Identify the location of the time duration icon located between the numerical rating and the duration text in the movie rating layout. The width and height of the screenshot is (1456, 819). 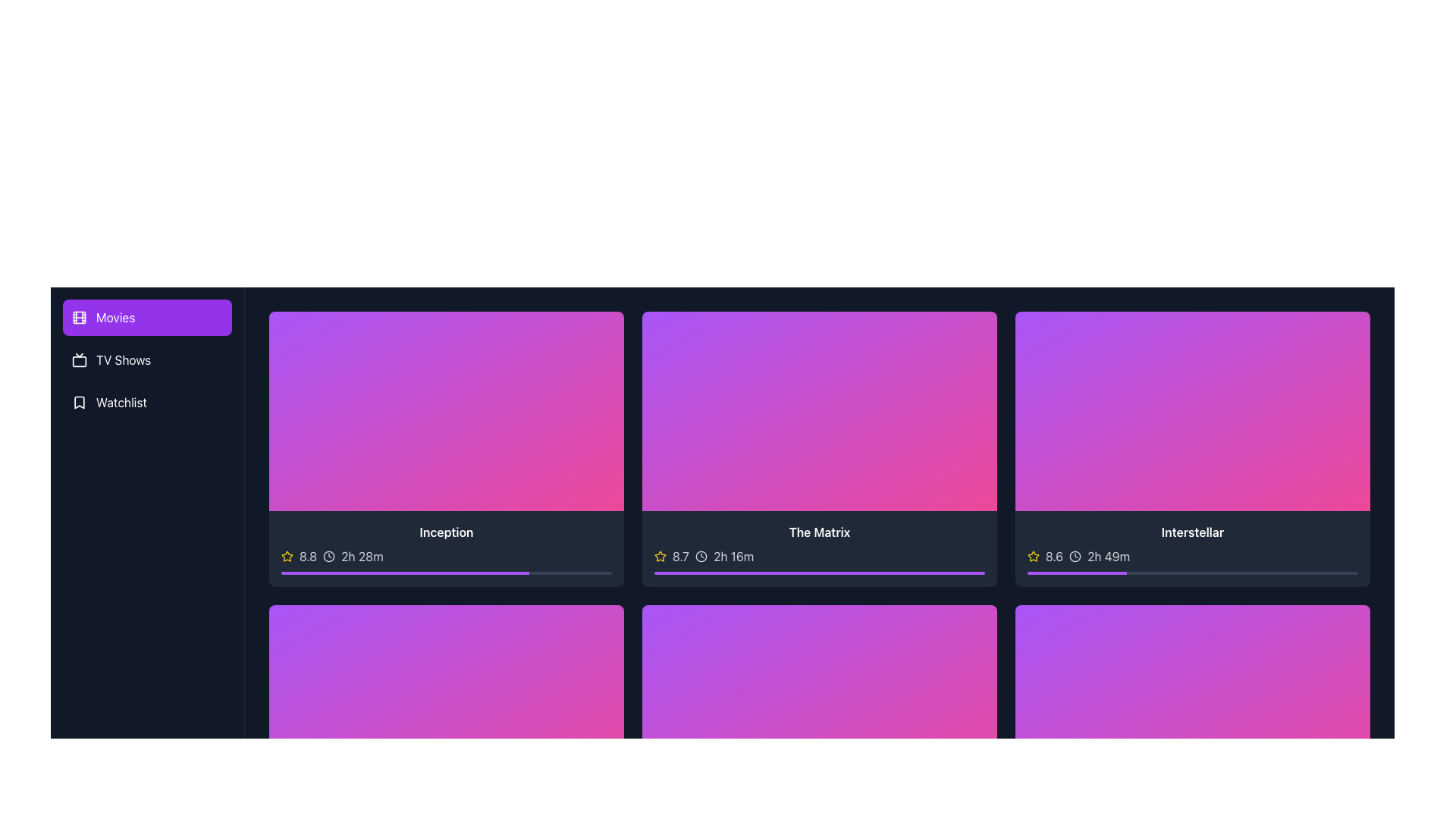
(328, 557).